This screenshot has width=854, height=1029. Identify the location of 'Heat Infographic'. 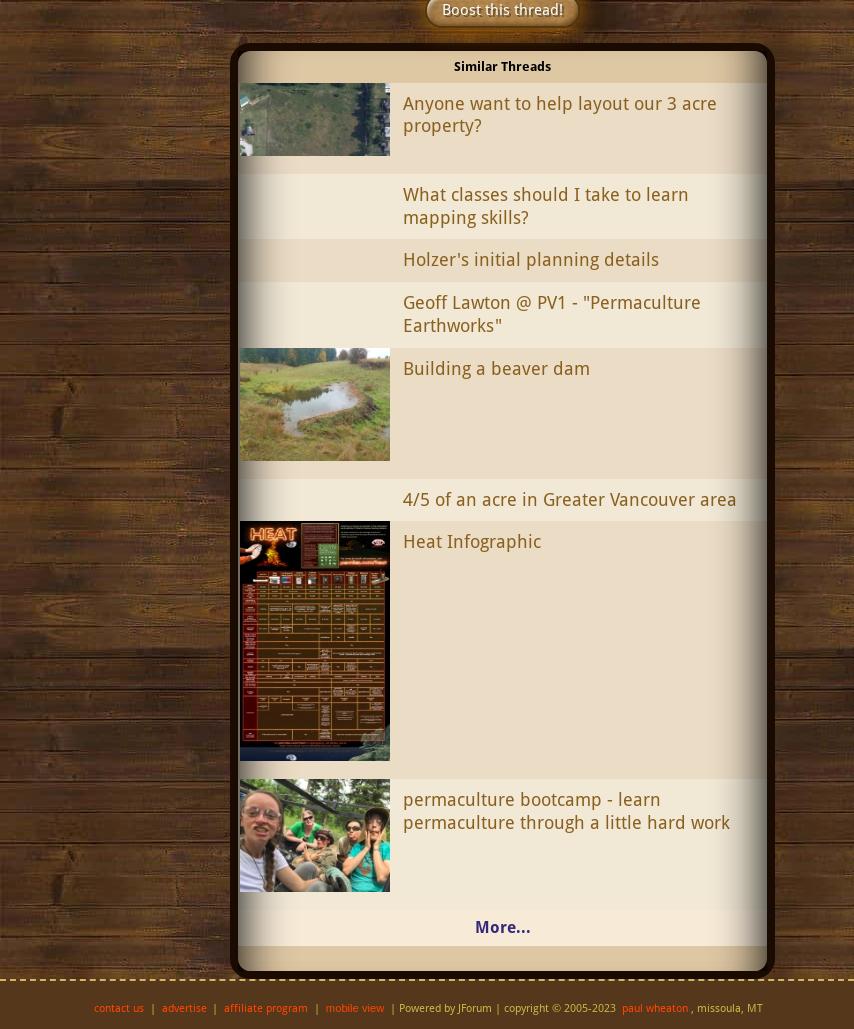
(401, 540).